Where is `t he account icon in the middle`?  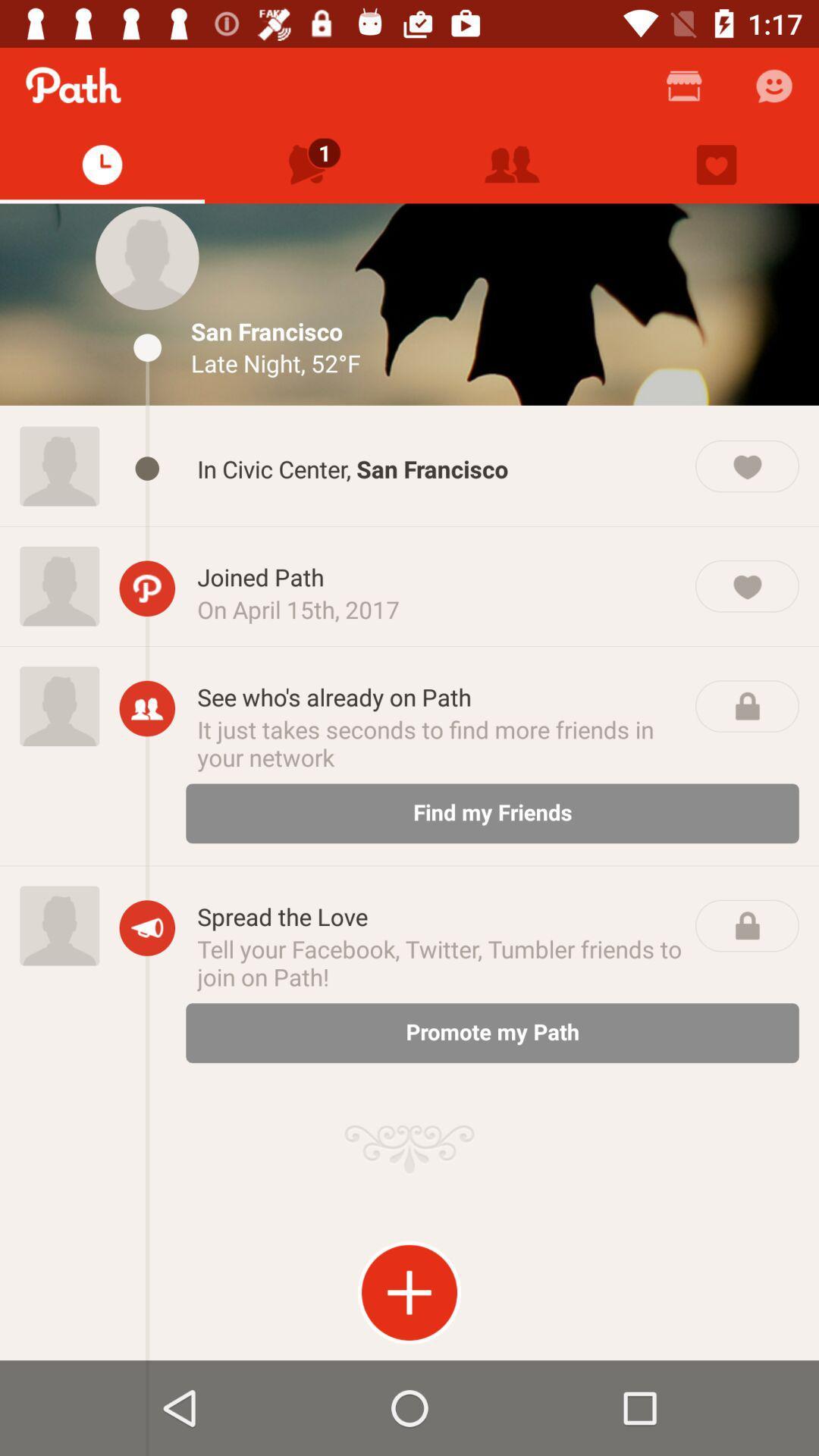 t he account icon in the middle is located at coordinates (147, 708).